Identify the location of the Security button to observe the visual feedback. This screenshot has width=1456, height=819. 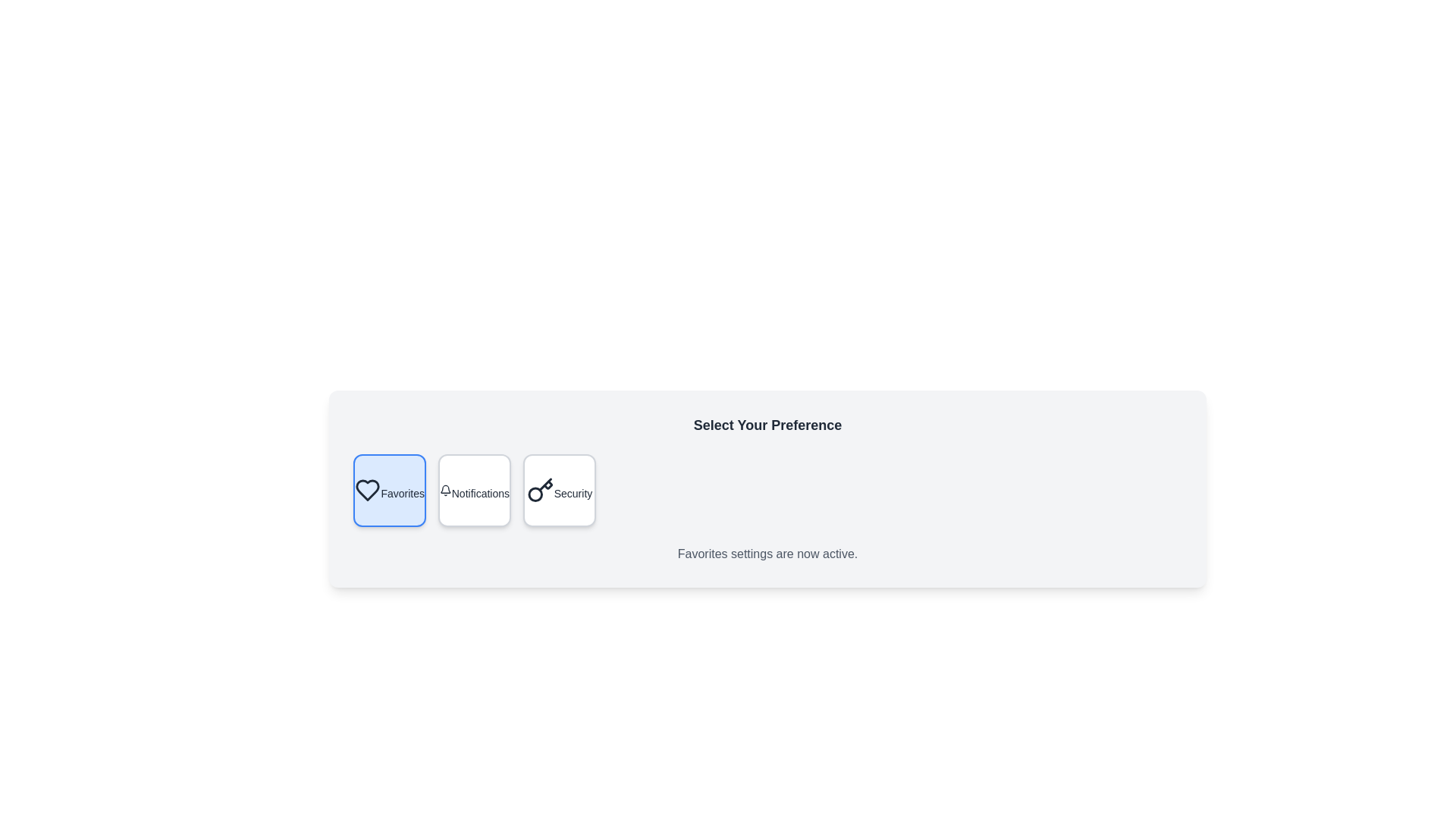
(559, 491).